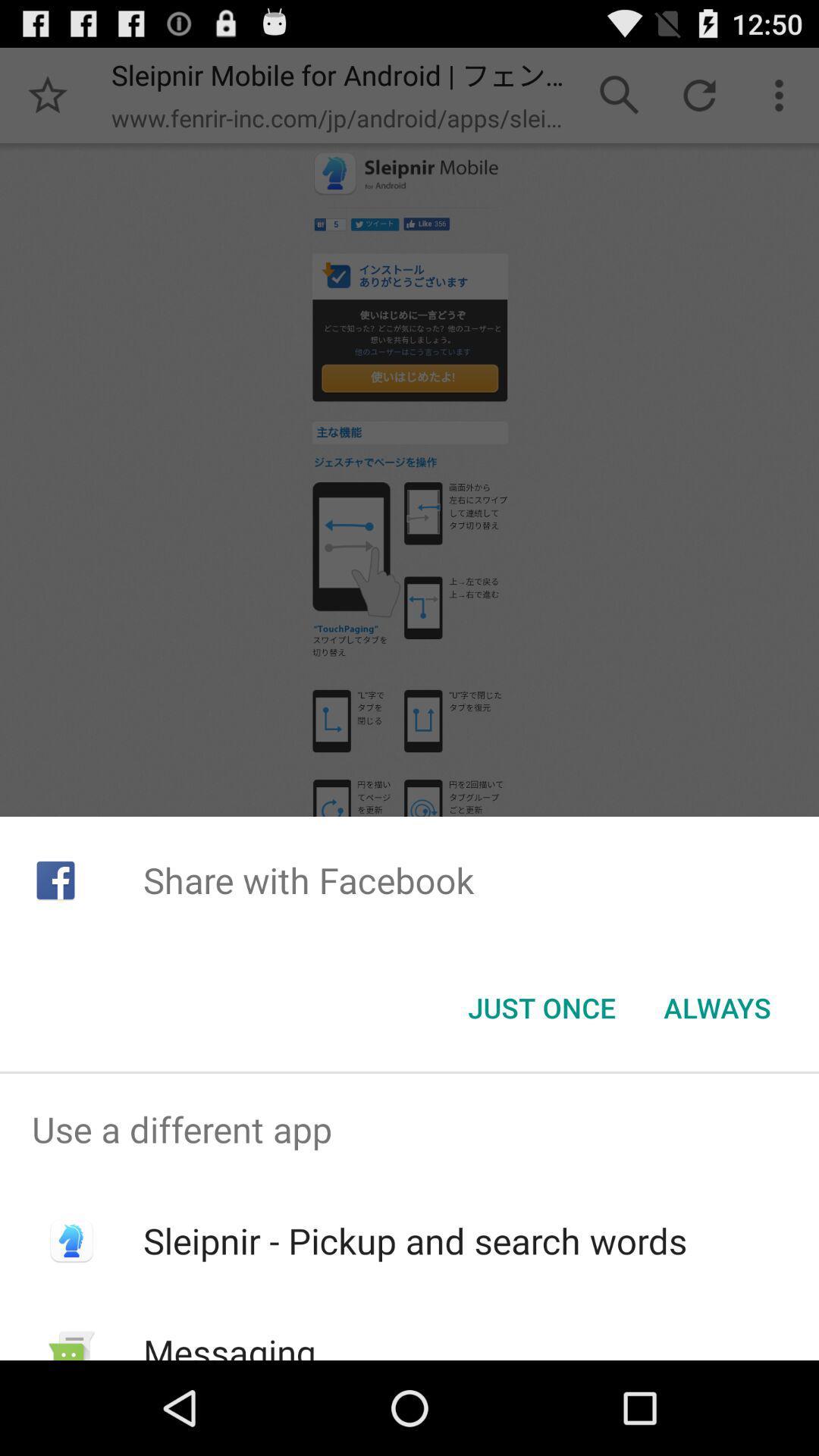 Image resolution: width=819 pixels, height=1456 pixels. What do you see at coordinates (409, 1129) in the screenshot?
I see `use a different app` at bounding box center [409, 1129].